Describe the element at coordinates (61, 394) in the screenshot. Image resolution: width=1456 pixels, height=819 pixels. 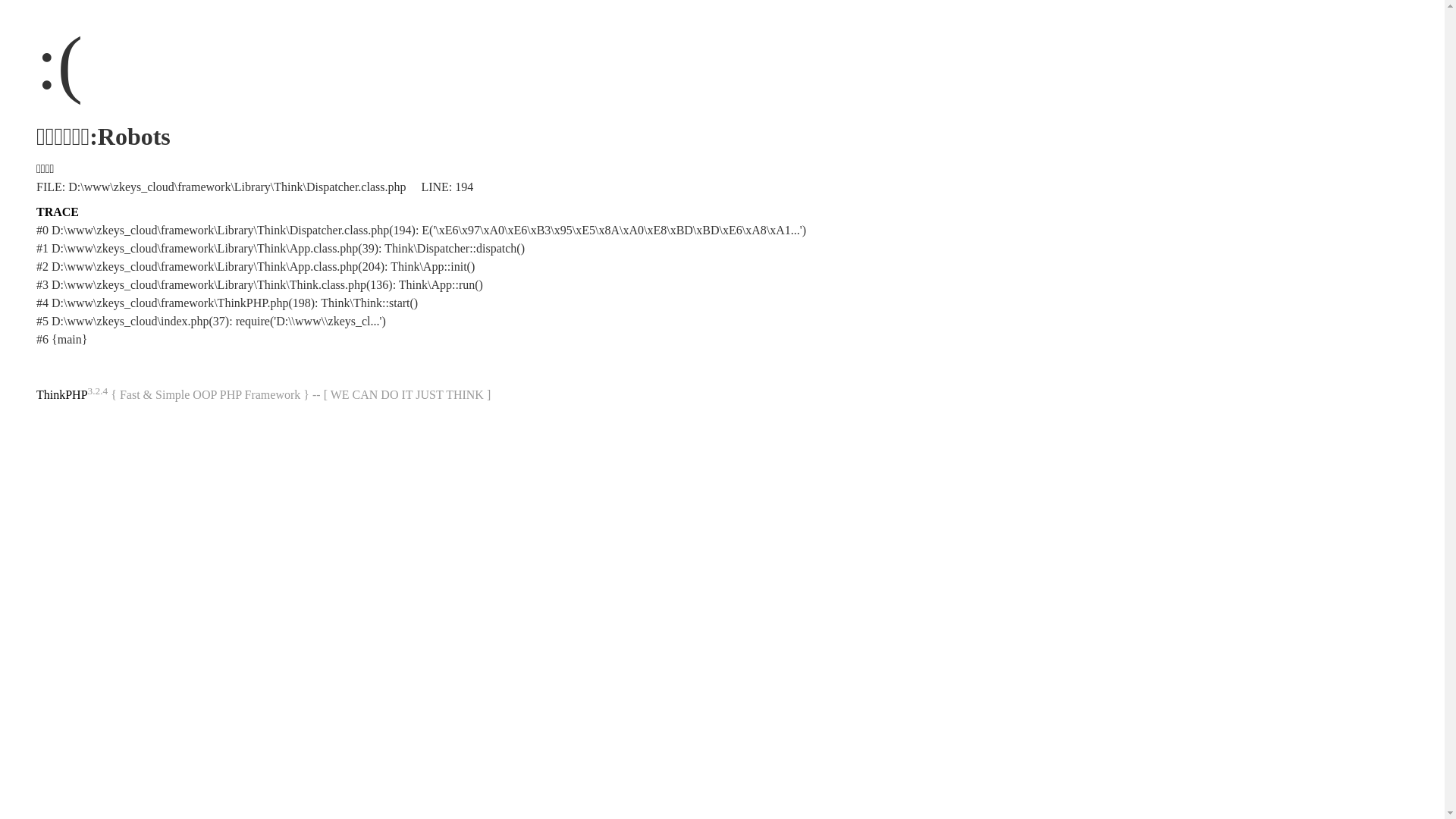
I see `'ThinkPHP'` at that location.